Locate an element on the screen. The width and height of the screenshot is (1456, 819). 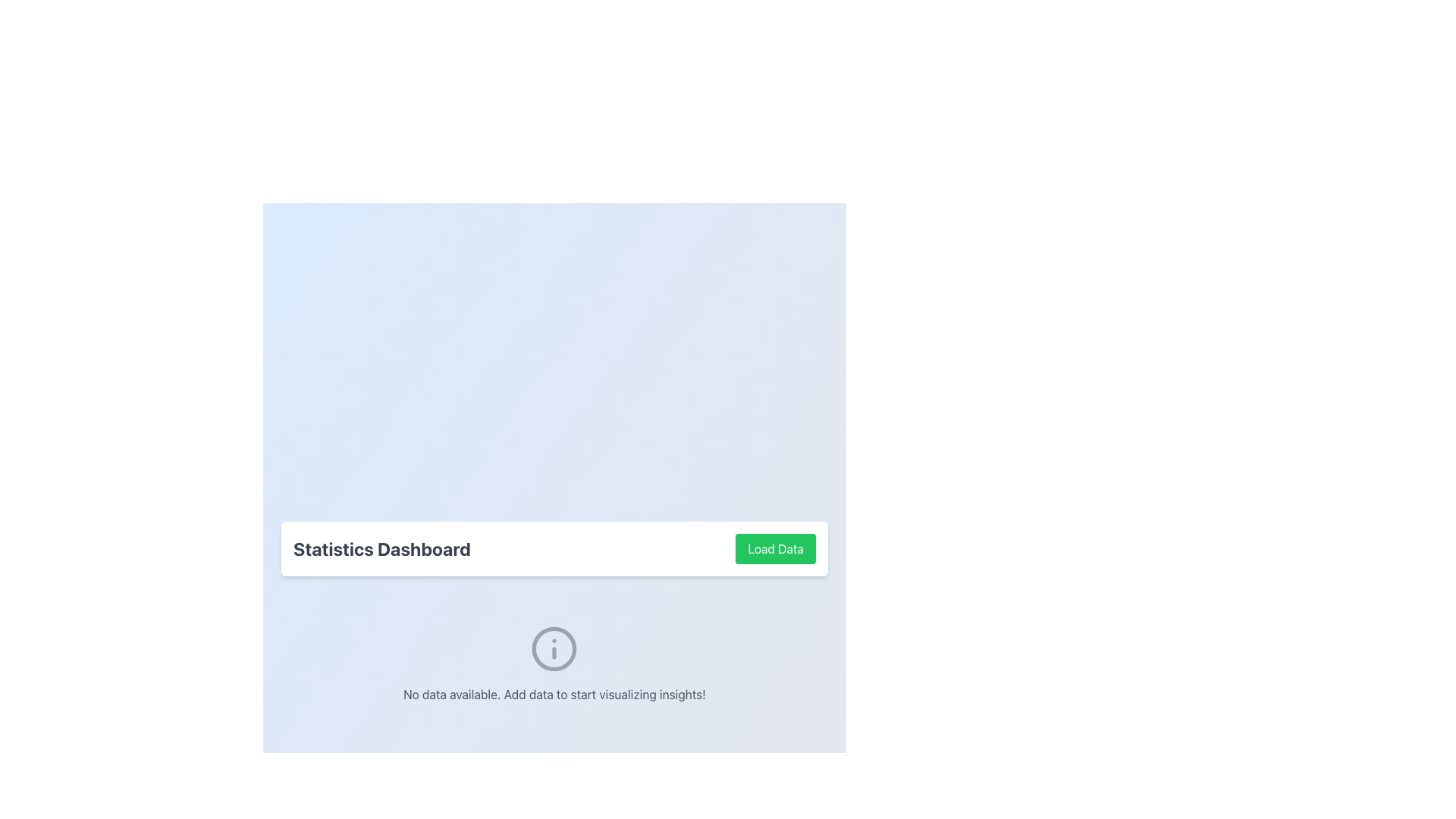
the circular gray-bordered icon with an 'i' in the center, located below the 'Statistics Dashboard' title and 'Load Data' button is located at coordinates (554, 648).